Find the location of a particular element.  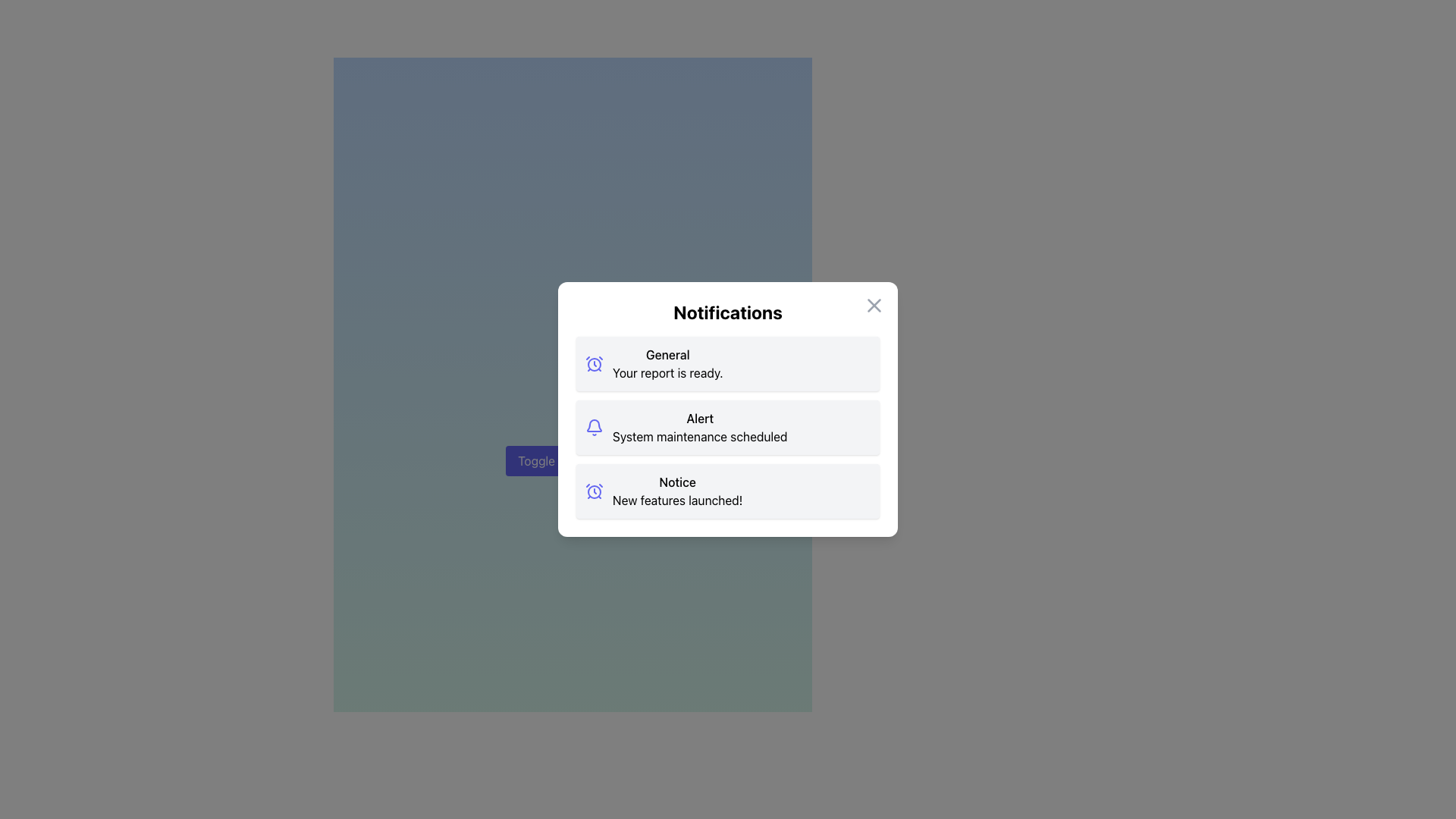

the indigo bell-shaped icon indicating notifications, which is positioned to the left of the text 'Alert System maintenance scheduled.' is located at coordinates (593, 427).